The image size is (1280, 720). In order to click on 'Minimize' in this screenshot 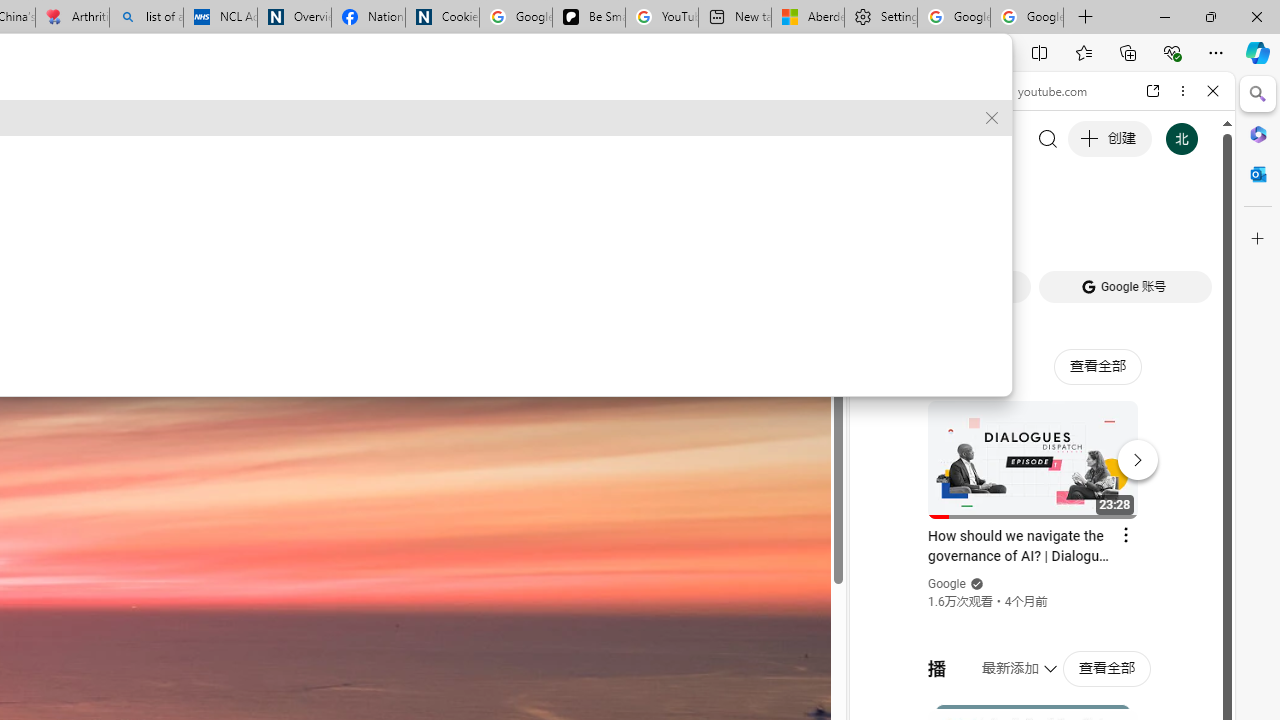, I will do `click(1164, 16)`.